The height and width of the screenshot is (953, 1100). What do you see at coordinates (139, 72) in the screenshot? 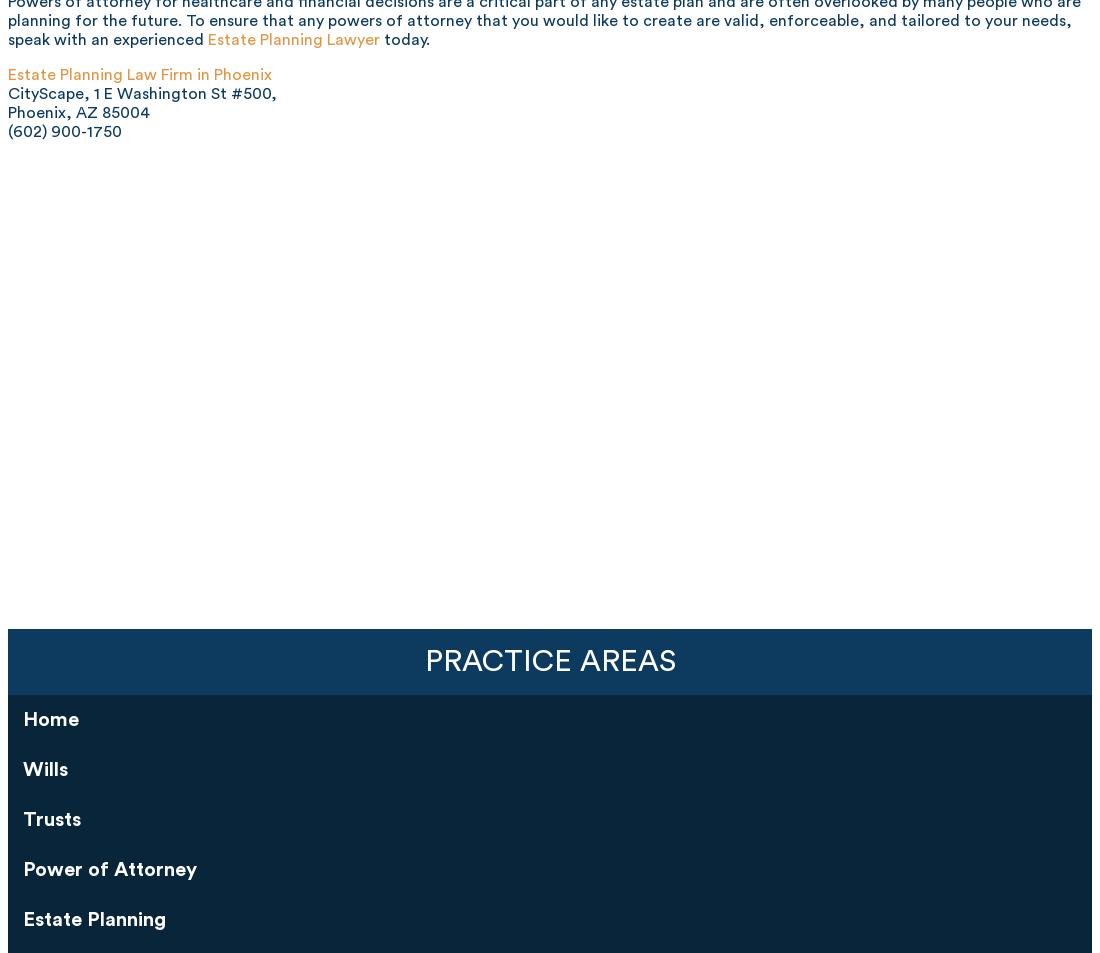
I see `'Estate Planning Law Firm in Phoenix'` at bounding box center [139, 72].